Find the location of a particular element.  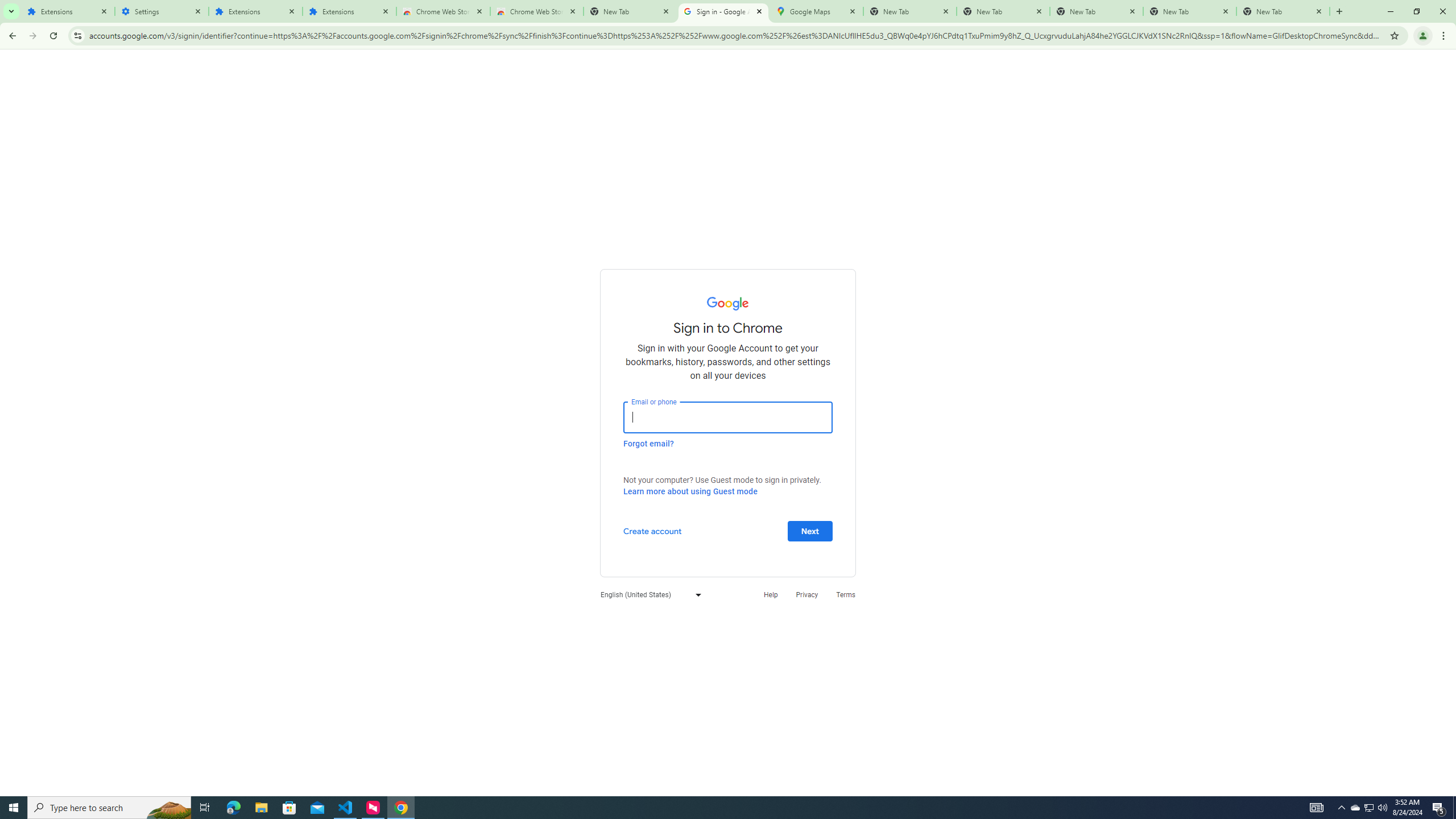

'Learn more about using Guest mode' is located at coordinates (689, 491).